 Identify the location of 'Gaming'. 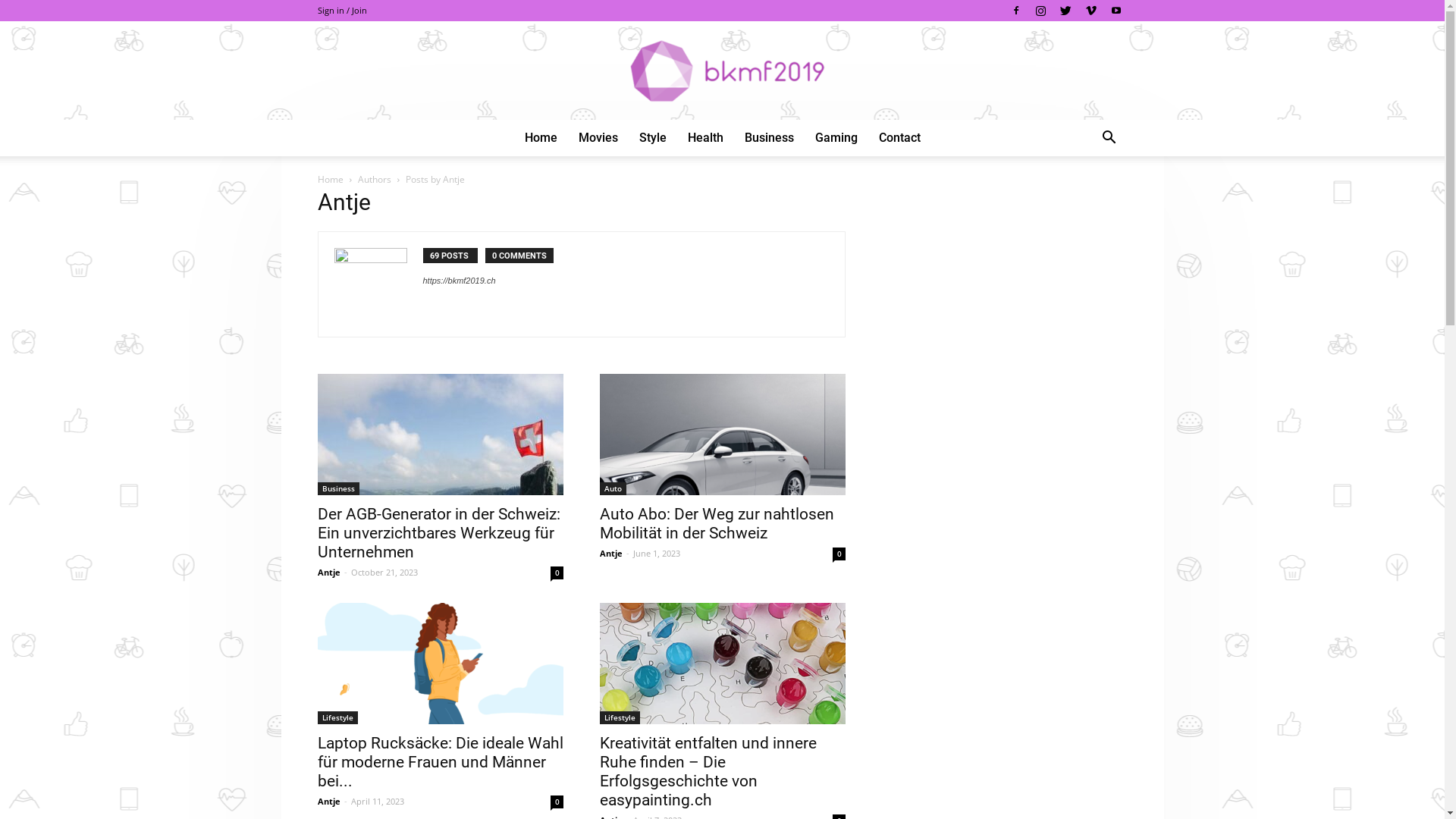
(803, 137).